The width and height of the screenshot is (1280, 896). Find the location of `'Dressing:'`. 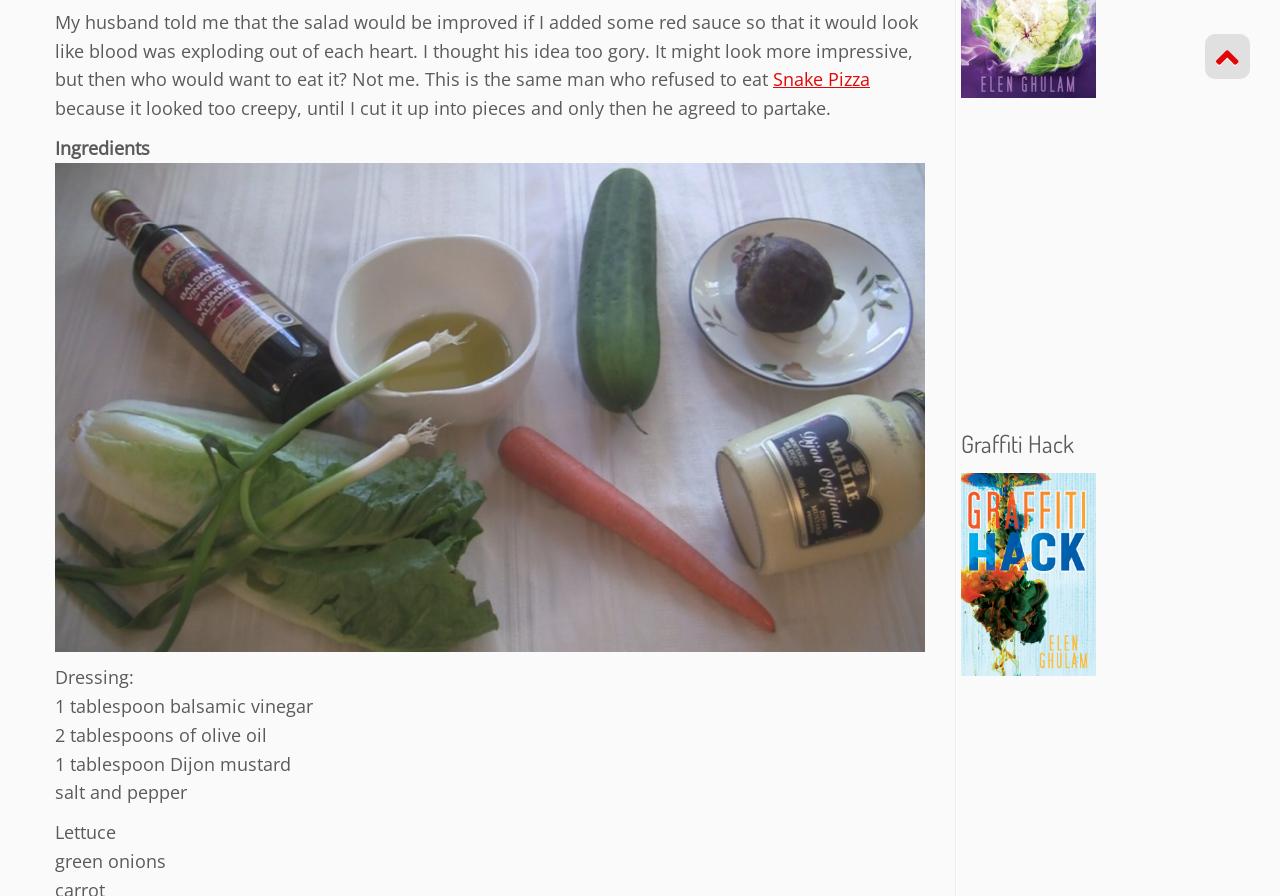

'Dressing:' is located at coordinates (93, 677).